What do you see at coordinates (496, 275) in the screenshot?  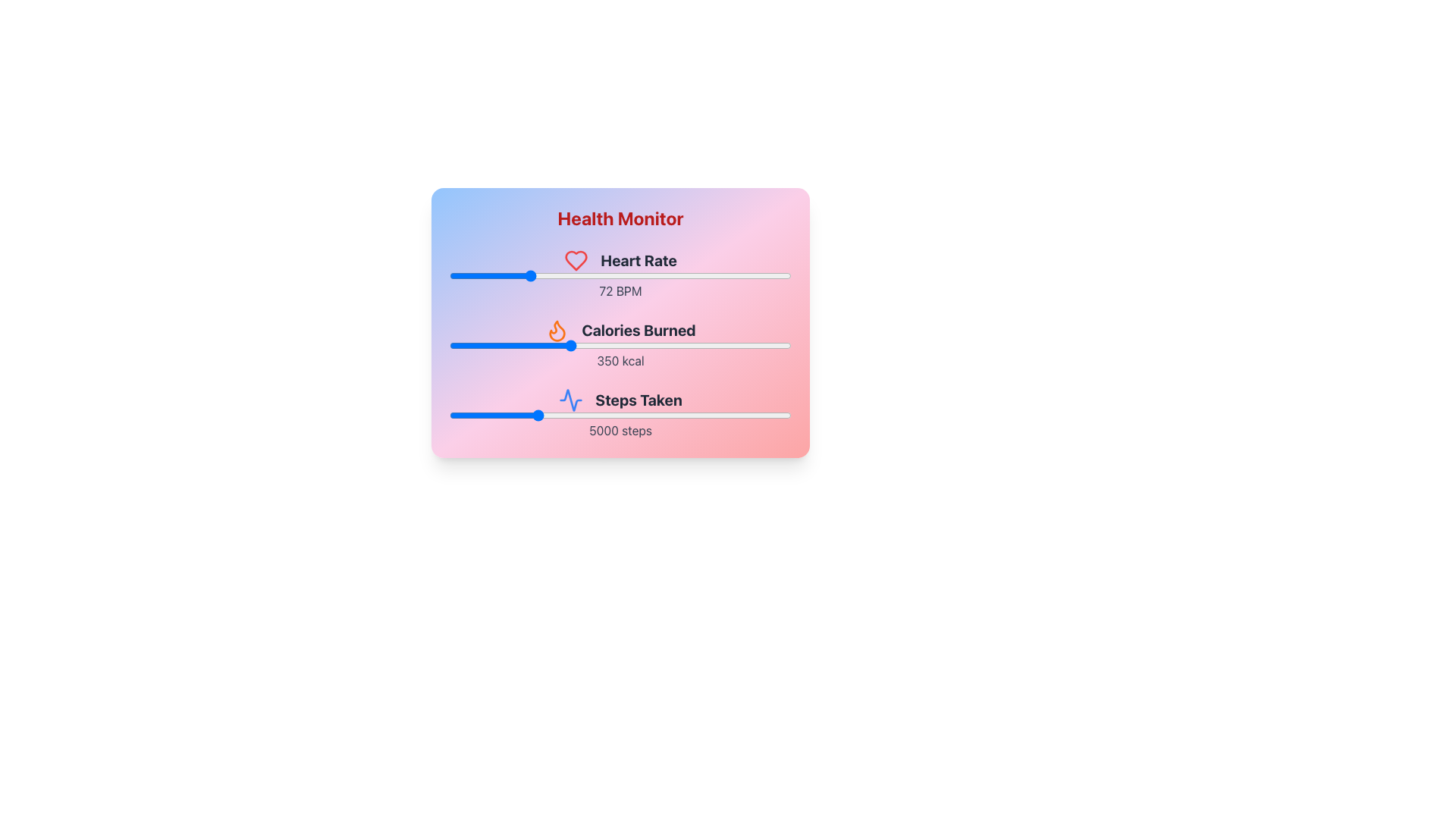 I see `heart rate` at bounding box center [496, 275].